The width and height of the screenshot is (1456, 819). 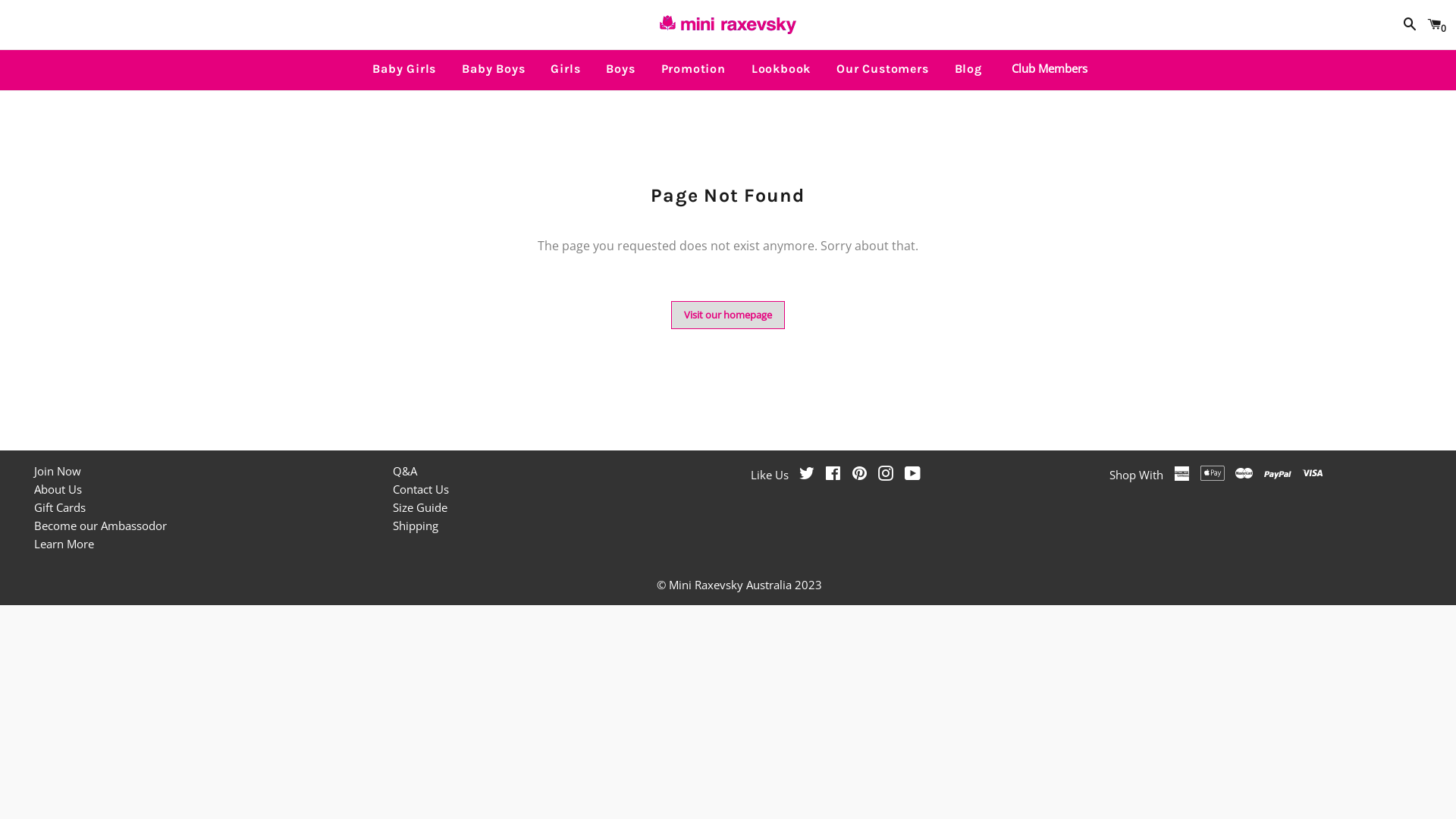 I want to click on 'Size Guide', so click(x=419, y=507).